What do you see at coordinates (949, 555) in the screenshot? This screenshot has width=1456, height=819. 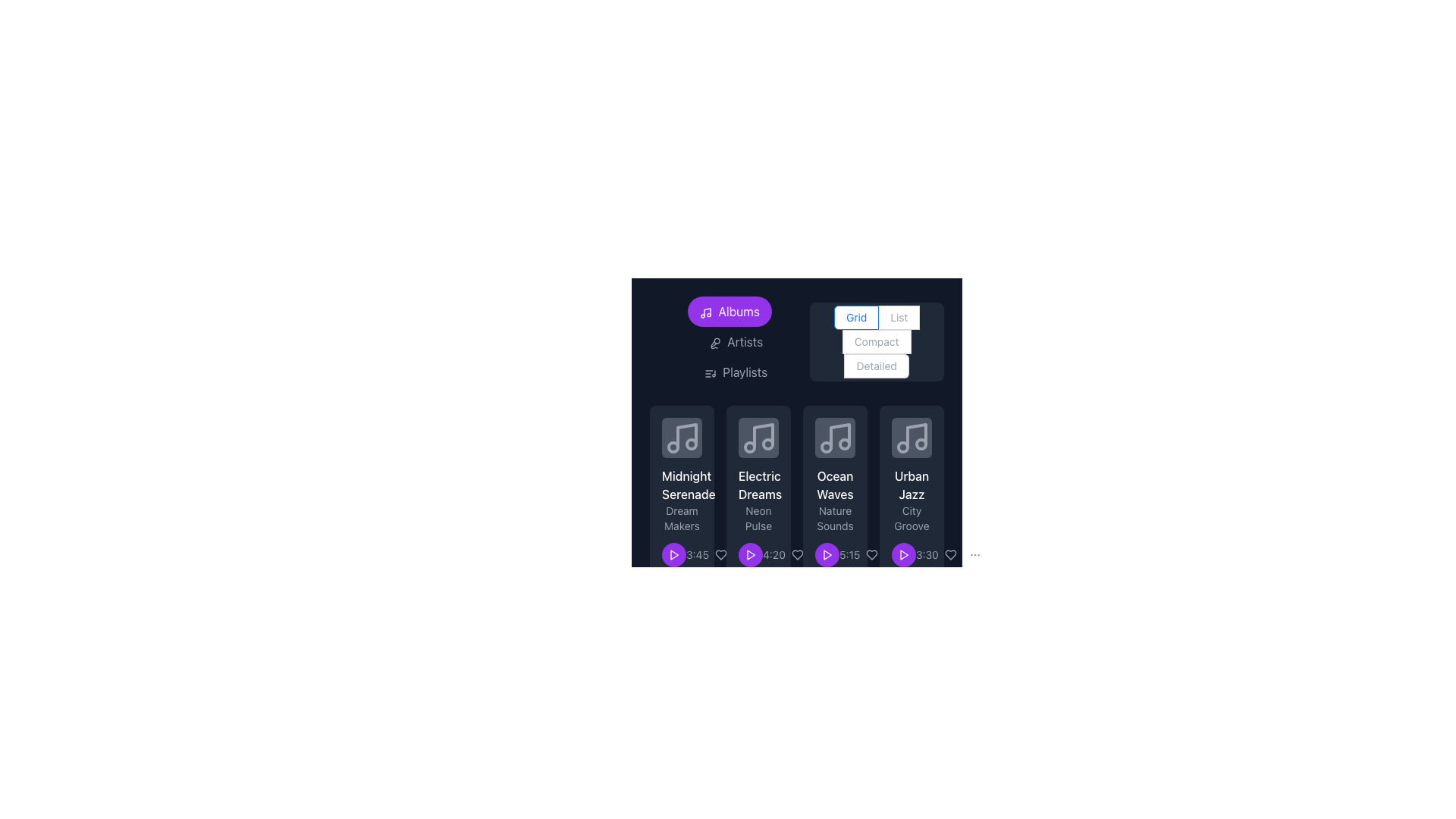 I see `the heart icon button located below the 'Urban Jazz' music item` at bounding box center [949, 555].